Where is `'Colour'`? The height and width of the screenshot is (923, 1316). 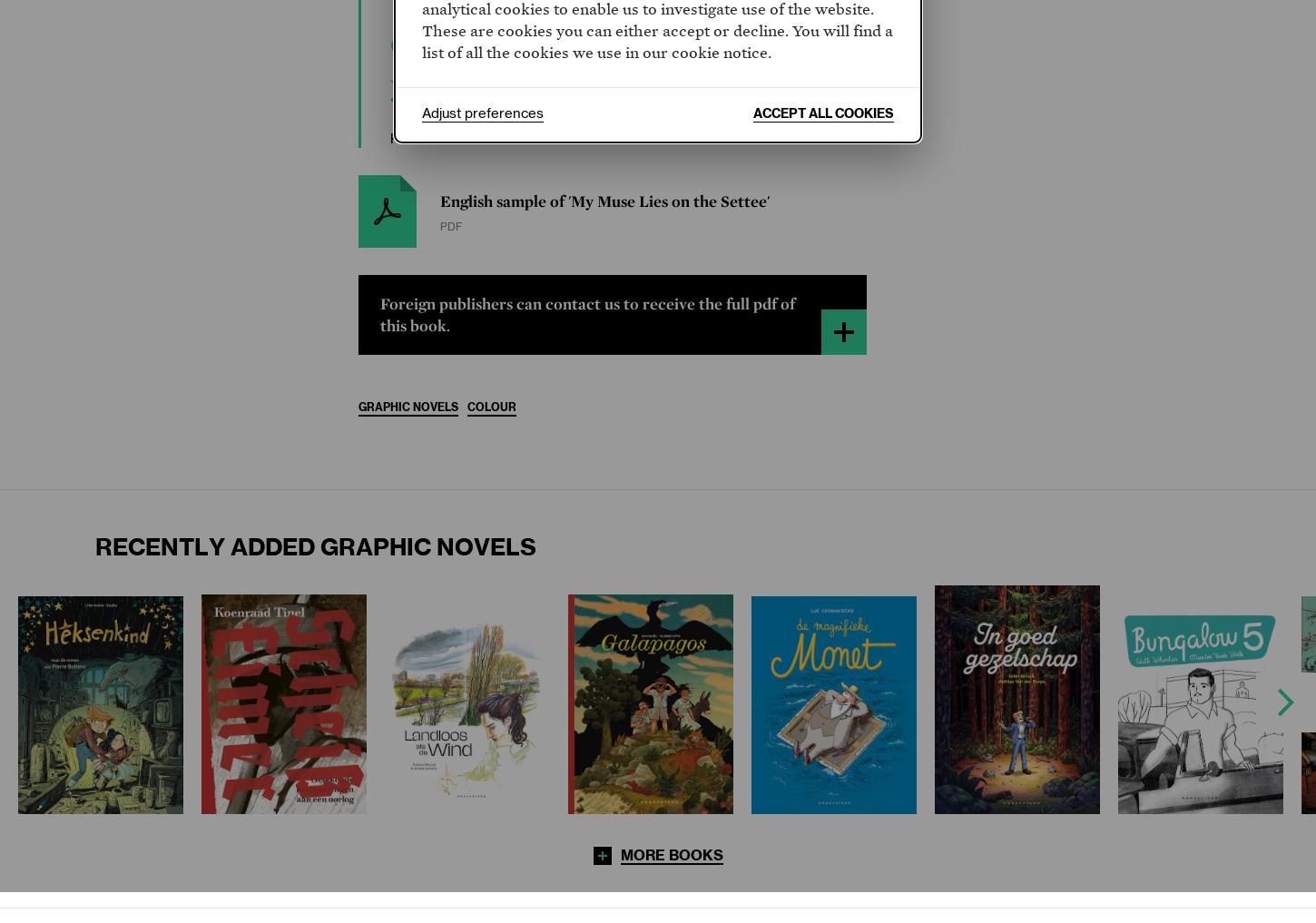
'Colour' is located at coordinates (492, 407).